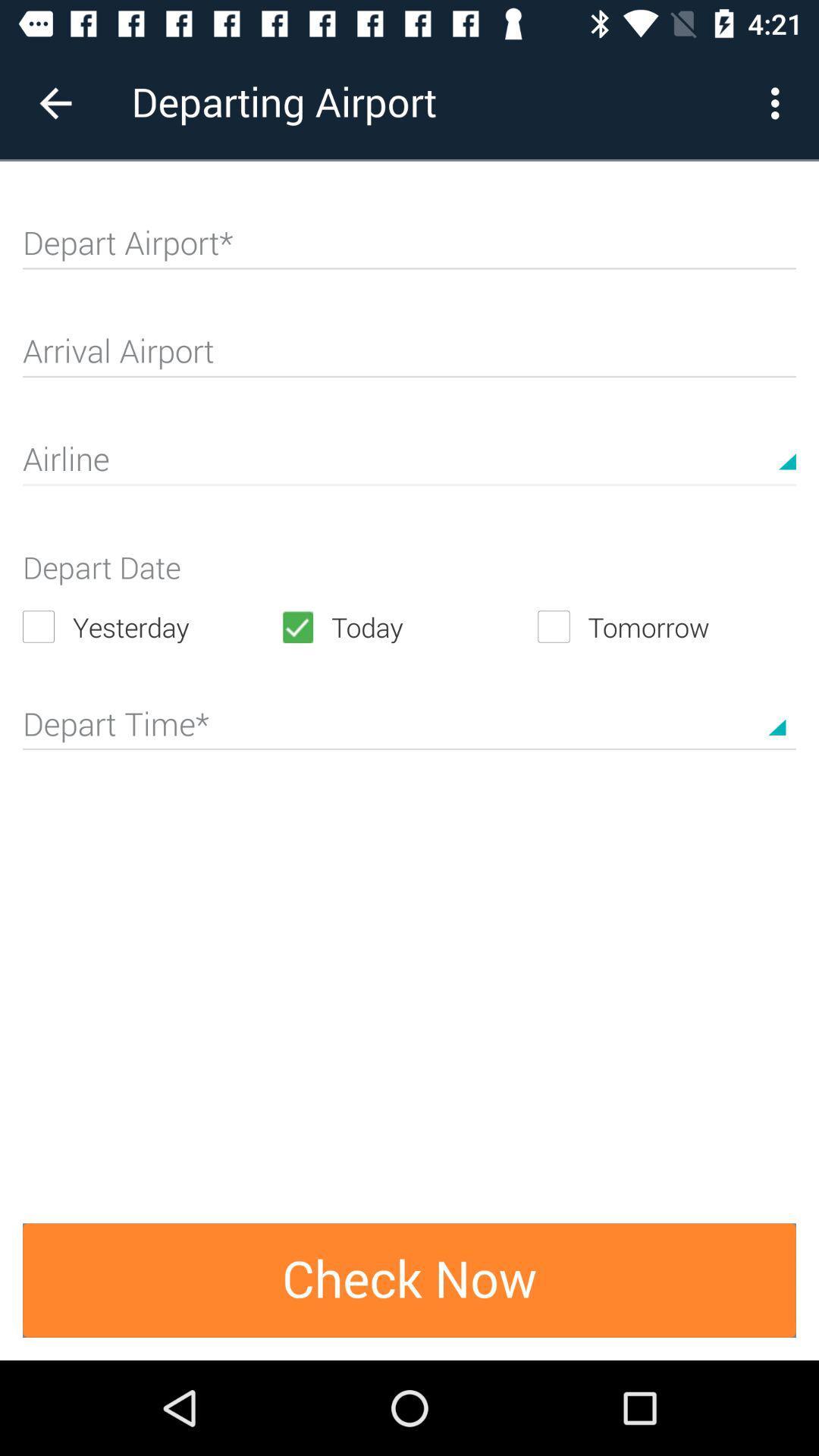  What do you see at coordinates (408, 626) in the screenshot?
I see `the item to the left of tomorrow` at bounding box center [408, 626].